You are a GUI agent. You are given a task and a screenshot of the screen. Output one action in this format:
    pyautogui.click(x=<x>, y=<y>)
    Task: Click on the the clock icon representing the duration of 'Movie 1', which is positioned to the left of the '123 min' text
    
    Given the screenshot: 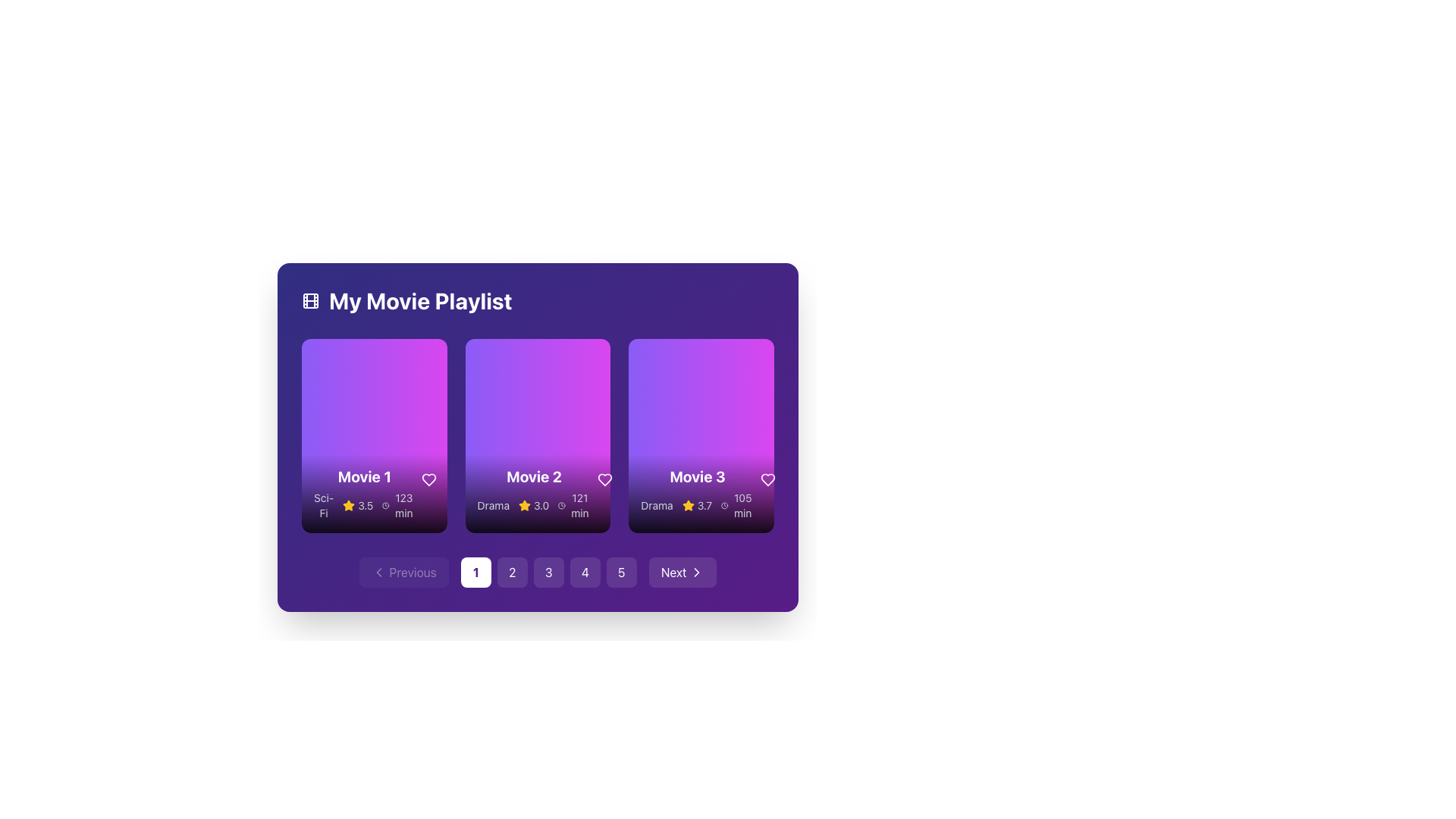 What is the action you would take?
    pyautogui.click(x=386, y=506)
    